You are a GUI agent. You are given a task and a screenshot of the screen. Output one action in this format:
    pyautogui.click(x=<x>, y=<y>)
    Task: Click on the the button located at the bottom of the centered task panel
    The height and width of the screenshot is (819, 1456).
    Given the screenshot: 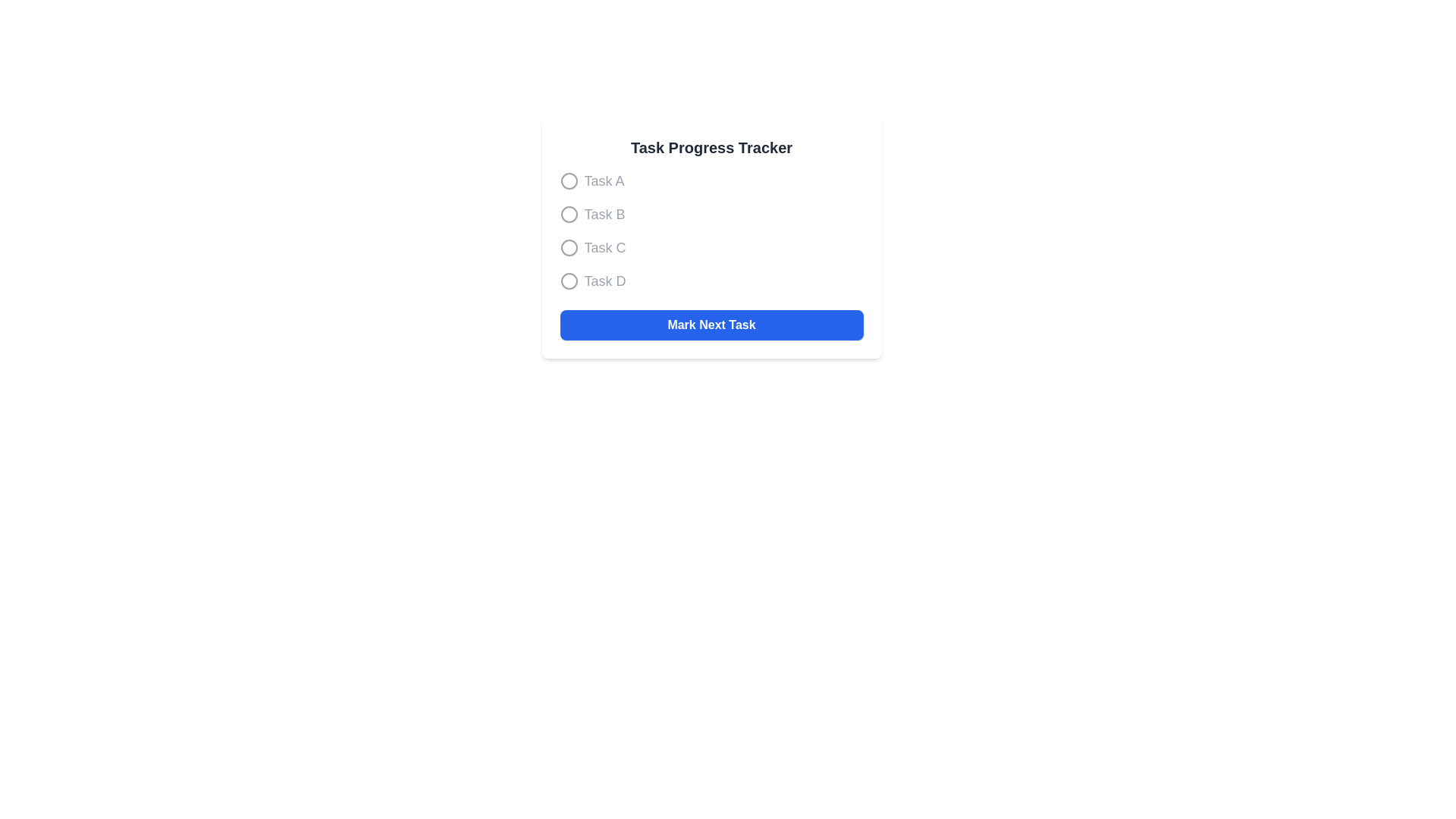 What is the action you would take?
    pyautogui.click(x=711, y=324)
    